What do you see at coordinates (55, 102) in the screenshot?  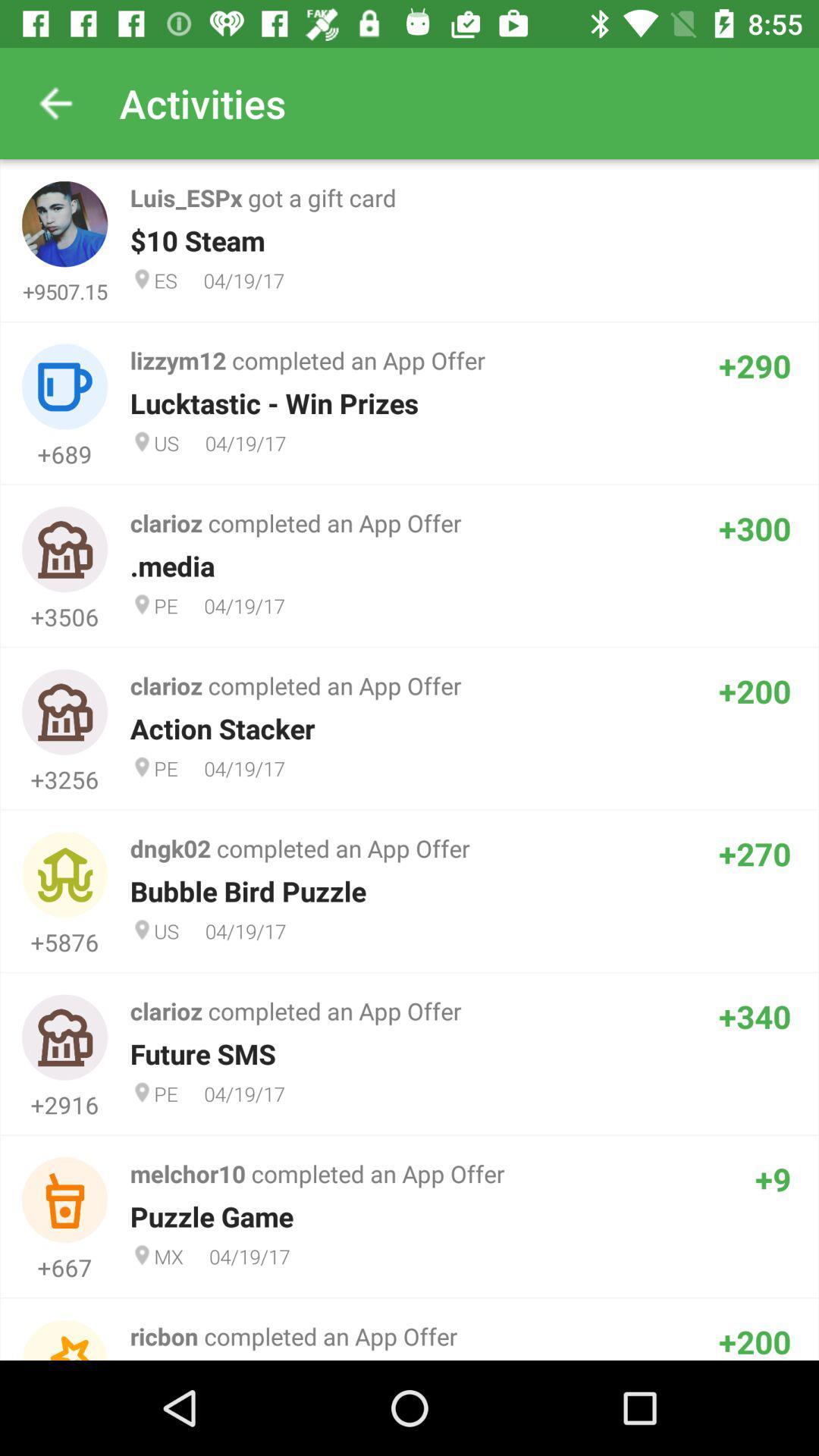 I see `app to the left of activities app` at bounding box center [55, 102].